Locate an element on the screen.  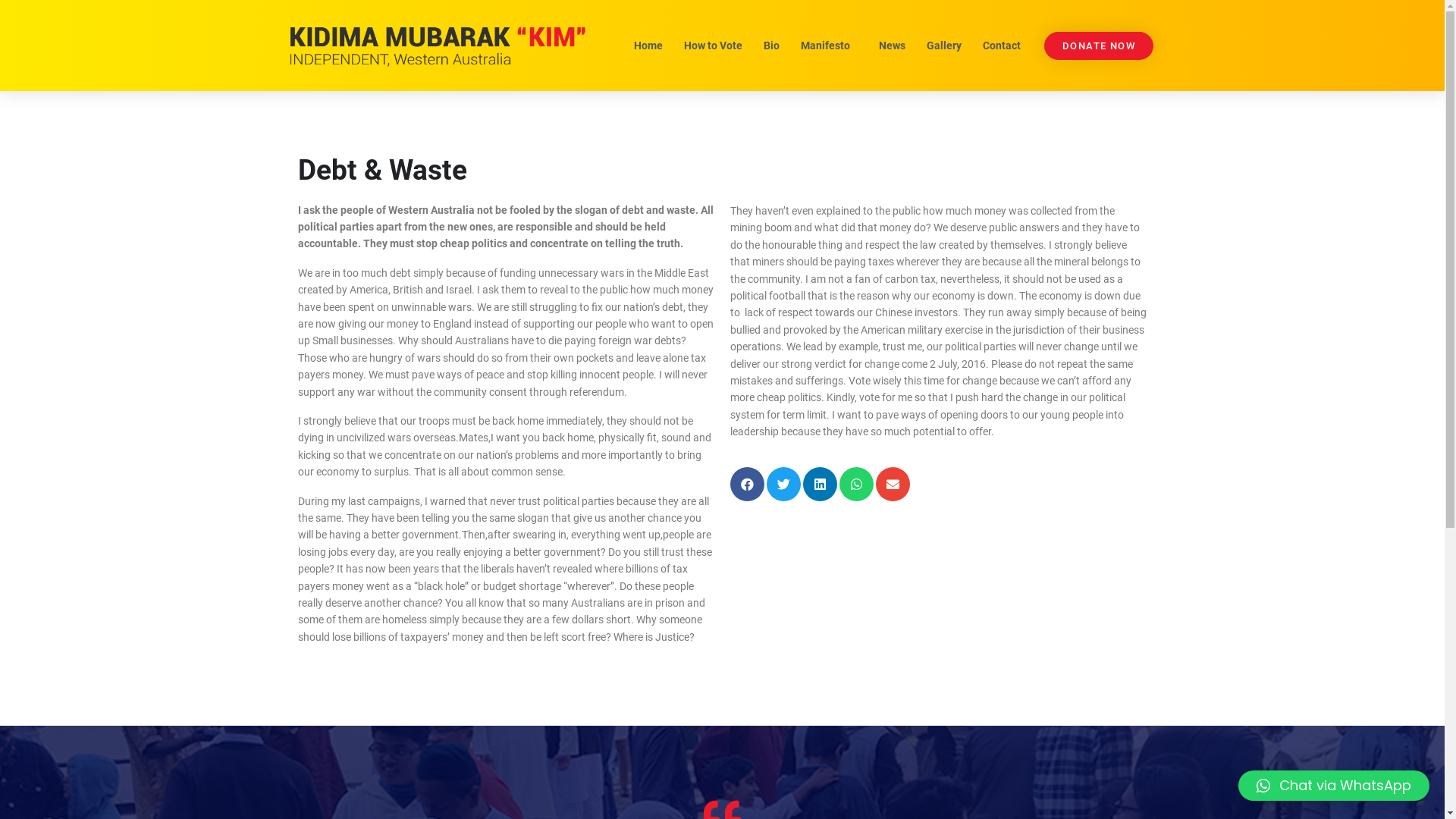
'Gallery' is located at coordinates (942, 45).